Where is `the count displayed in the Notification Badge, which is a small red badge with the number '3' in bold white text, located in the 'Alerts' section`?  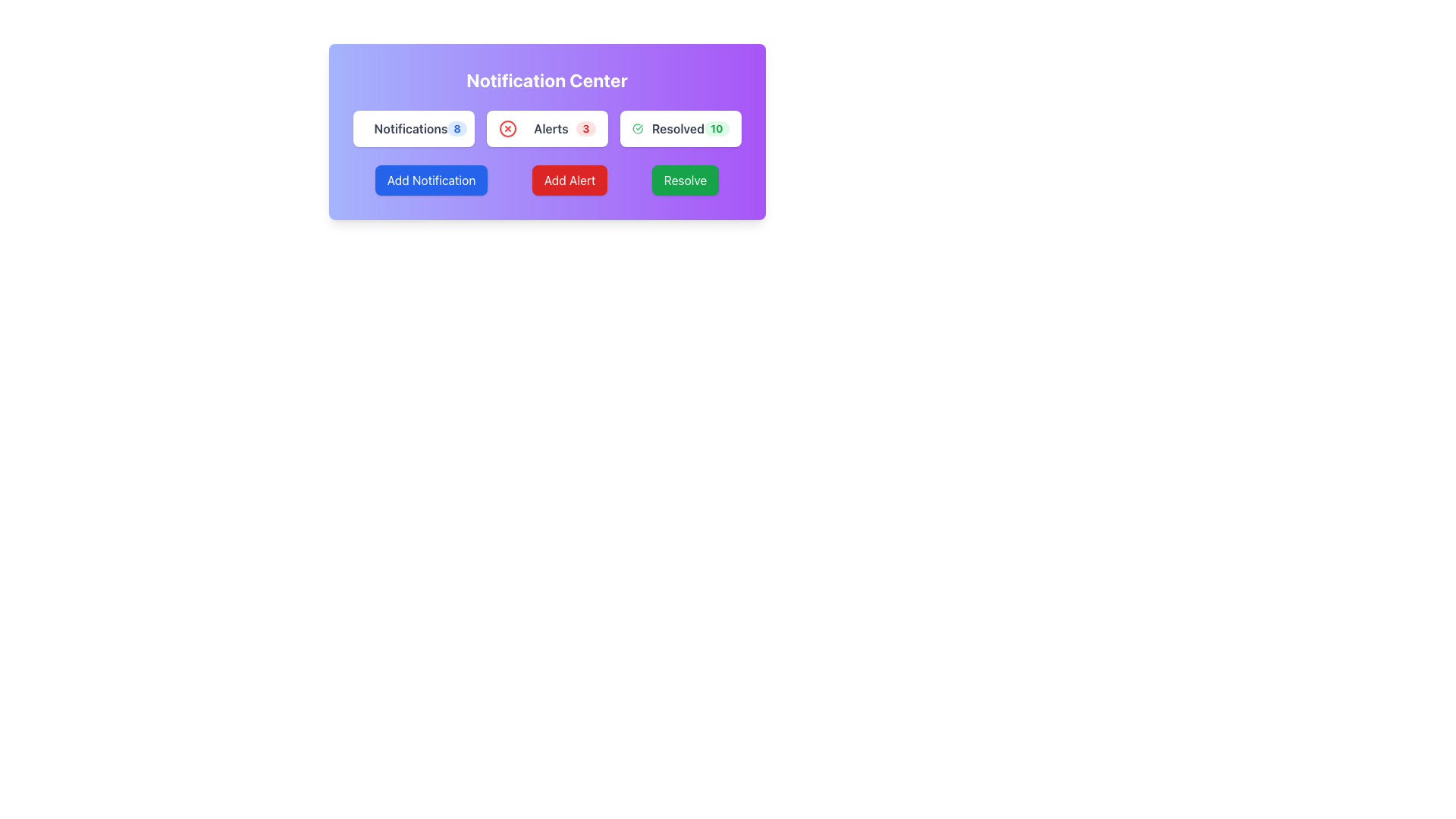
the count displayed in the Notification Badge, which is a small red badge with the number '3' in bold white text, located in the 'Alerts' section is located at coordinates (585, 127).